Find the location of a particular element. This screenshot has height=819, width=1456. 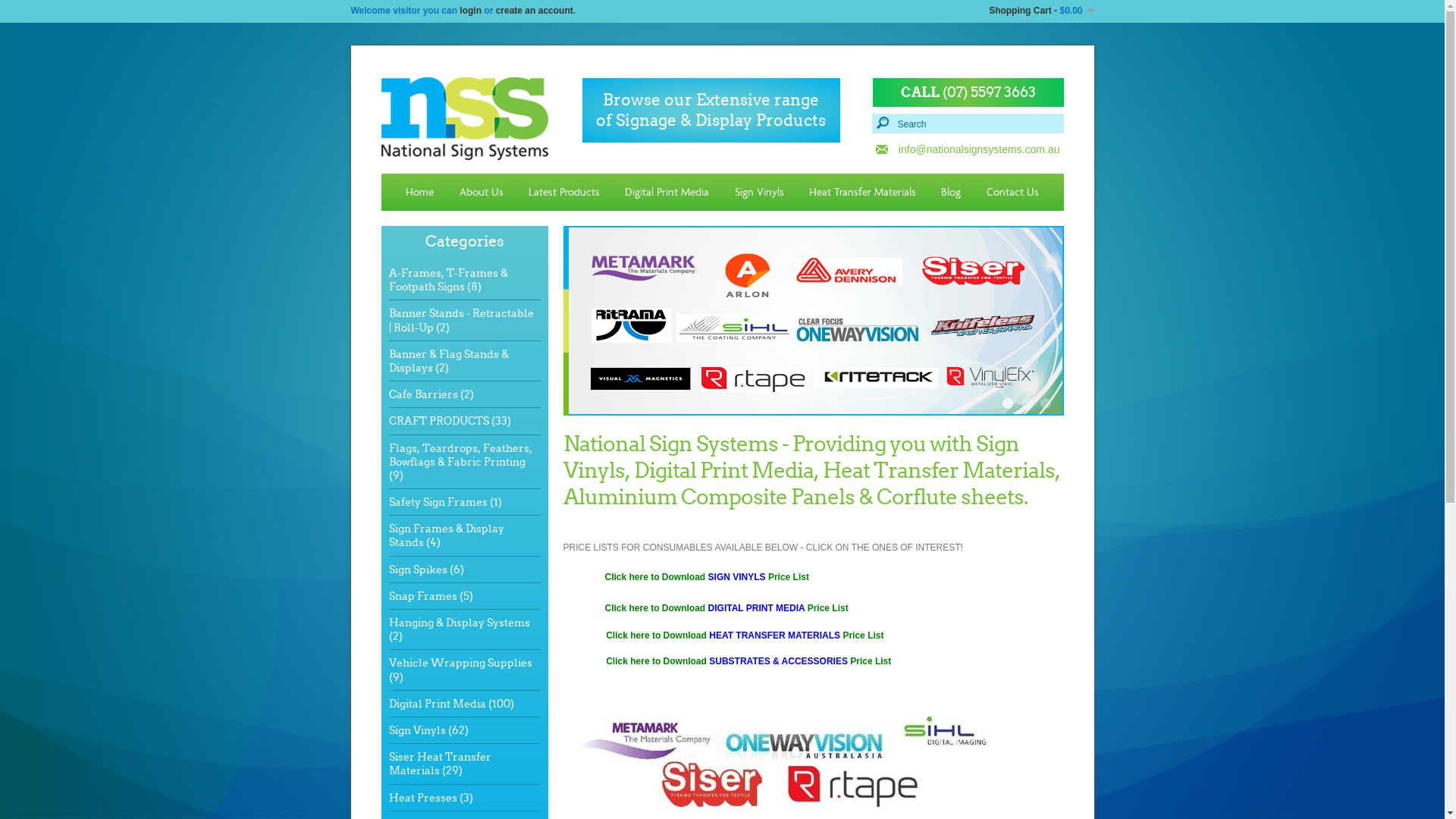

'Hanging & Display Systems (2)' is located at coordinates (457, 629).